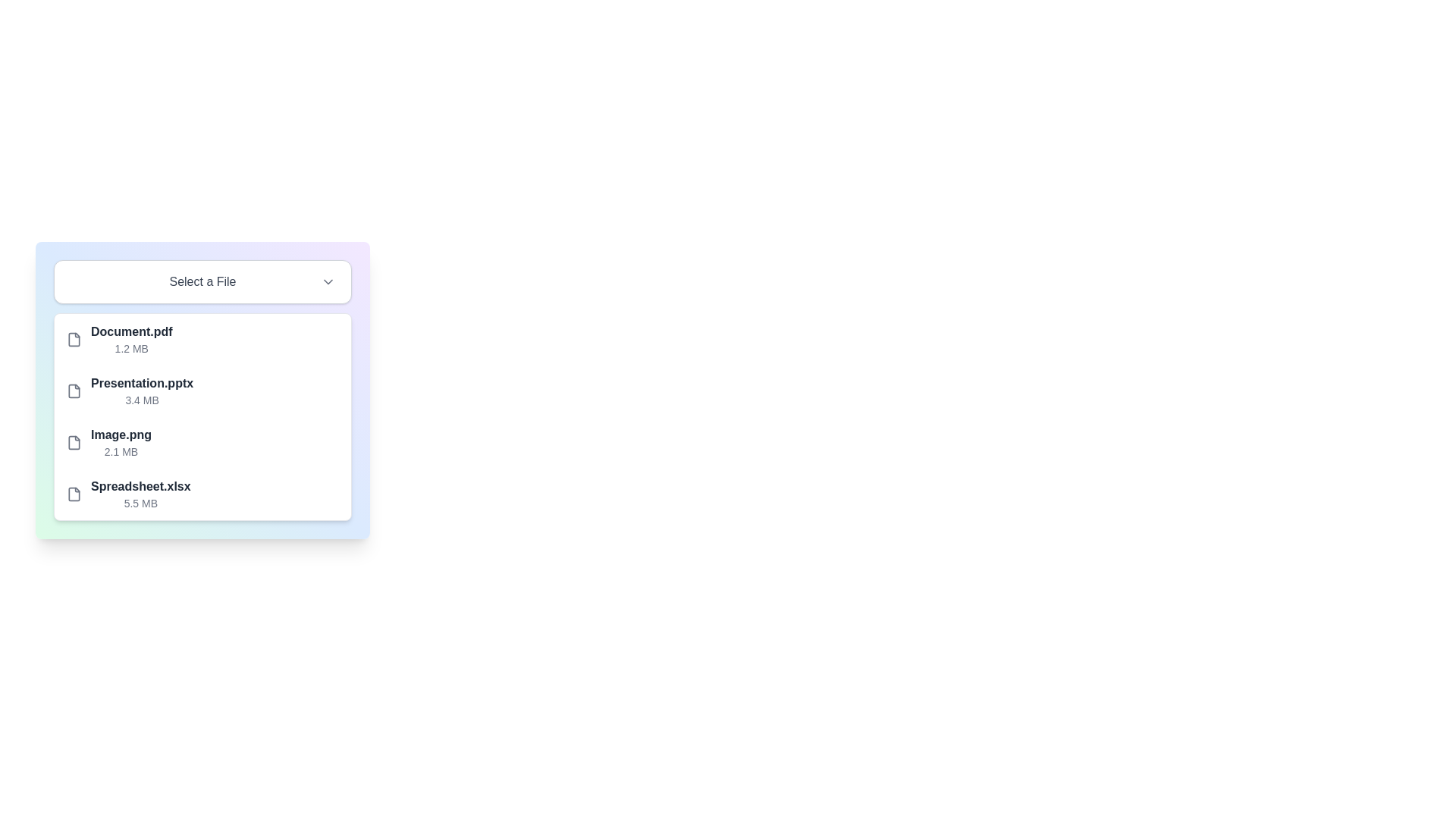 Image resolution: width=1456 pixels, height=819 pixels. I want to click on the second row entry in the file list UI component, so click(202, 391).